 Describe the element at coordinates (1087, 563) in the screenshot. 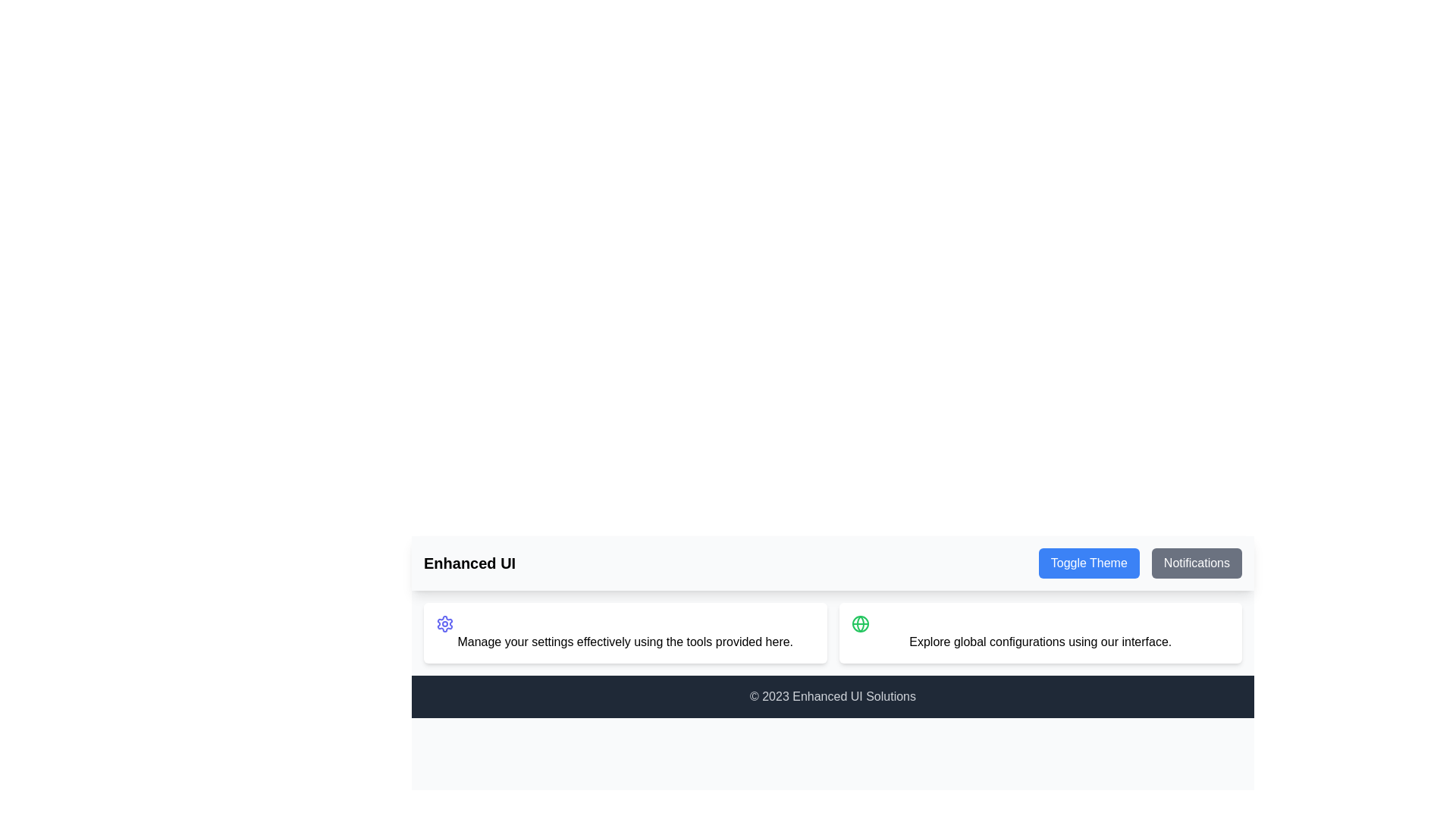

I see `the 'Toggle Theme' button, which is a rectangular button with rounded corners, blue background, and white text located in the top right area of the interface` at that location.